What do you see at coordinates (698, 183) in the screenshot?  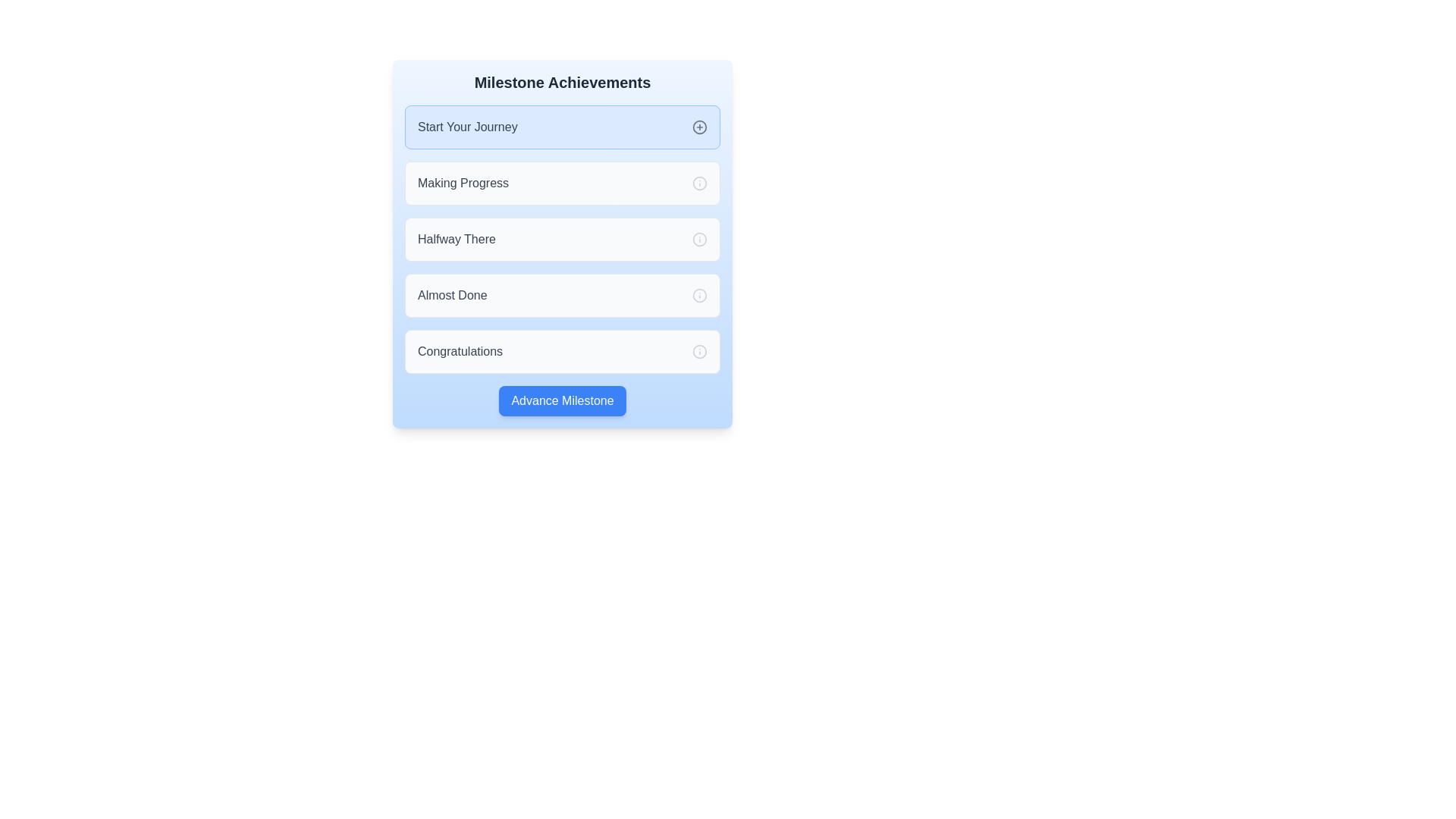 I see `the circular information icon with a gray outline and interior, located to the right of the 'Making Progress' text` at bounding box center [698, 183].